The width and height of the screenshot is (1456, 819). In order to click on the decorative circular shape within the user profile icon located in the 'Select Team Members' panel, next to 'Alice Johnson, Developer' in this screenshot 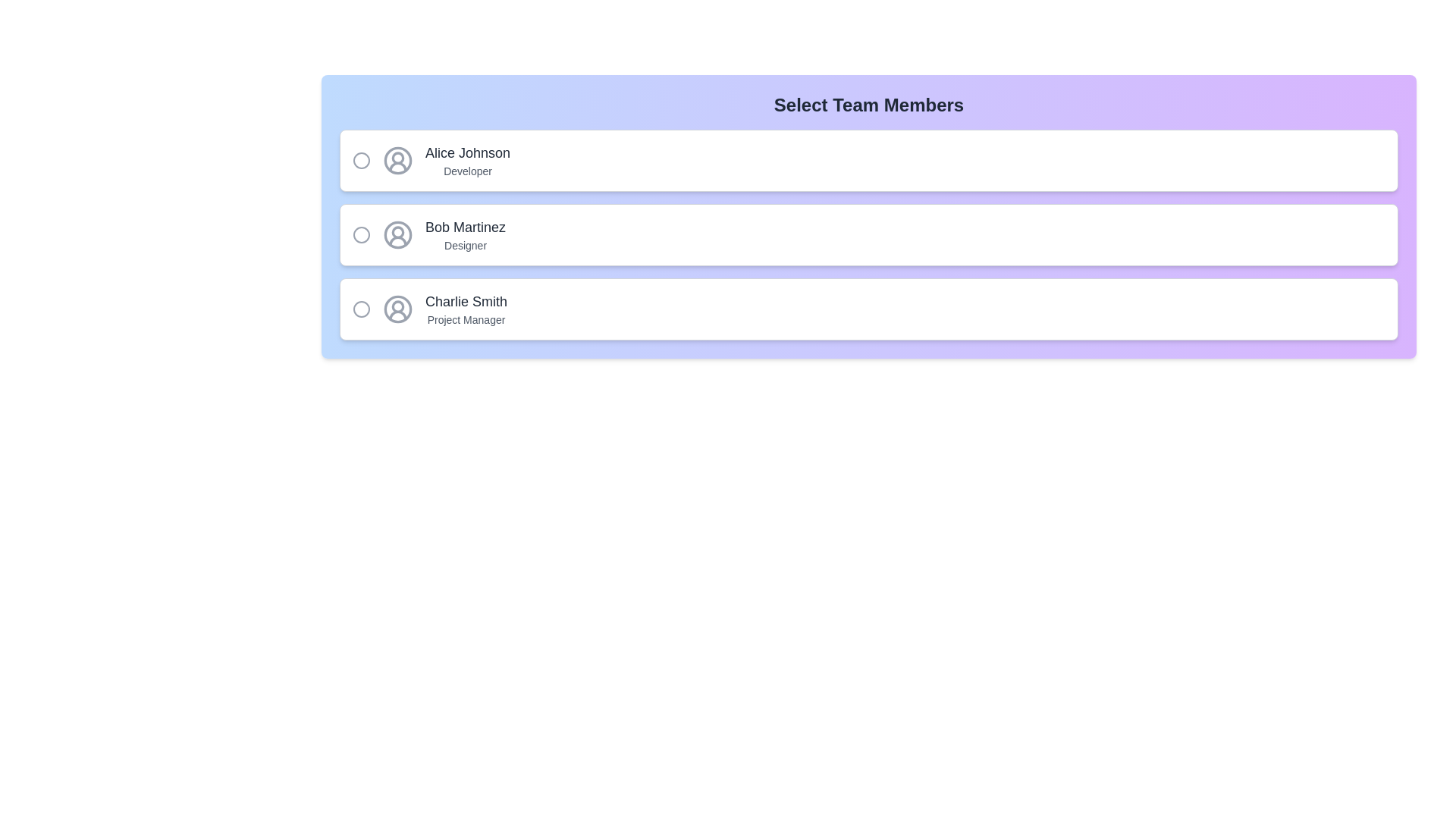, I will do `click(397, 158)`.